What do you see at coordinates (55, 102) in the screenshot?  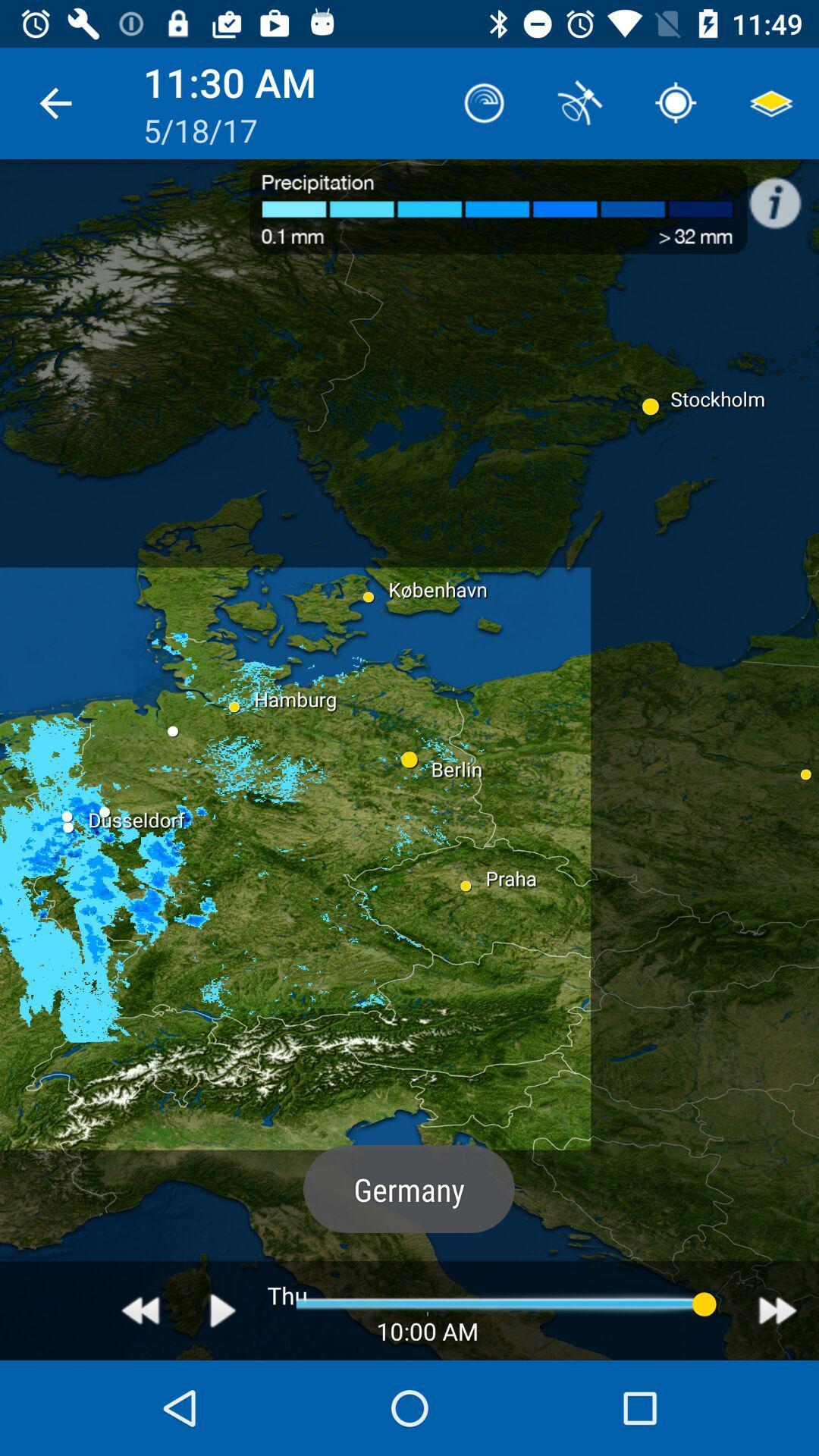 I see `icon next to the 11:30 am item` at bounding box center [55, 102].